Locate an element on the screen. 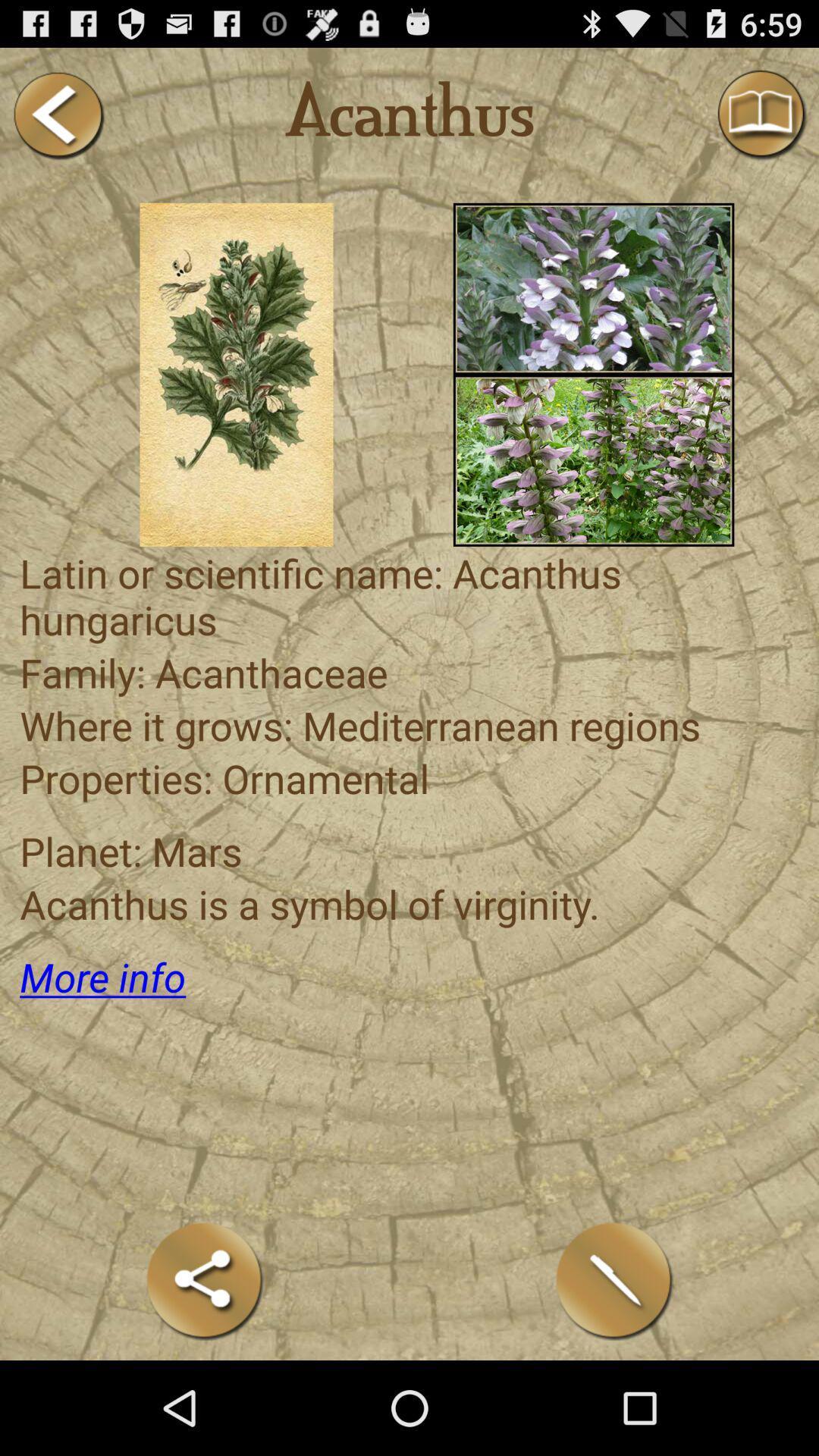 The width and height of the screenshot is (819, 1456). the arrow_backward icon is located at coordinates (57, 124).